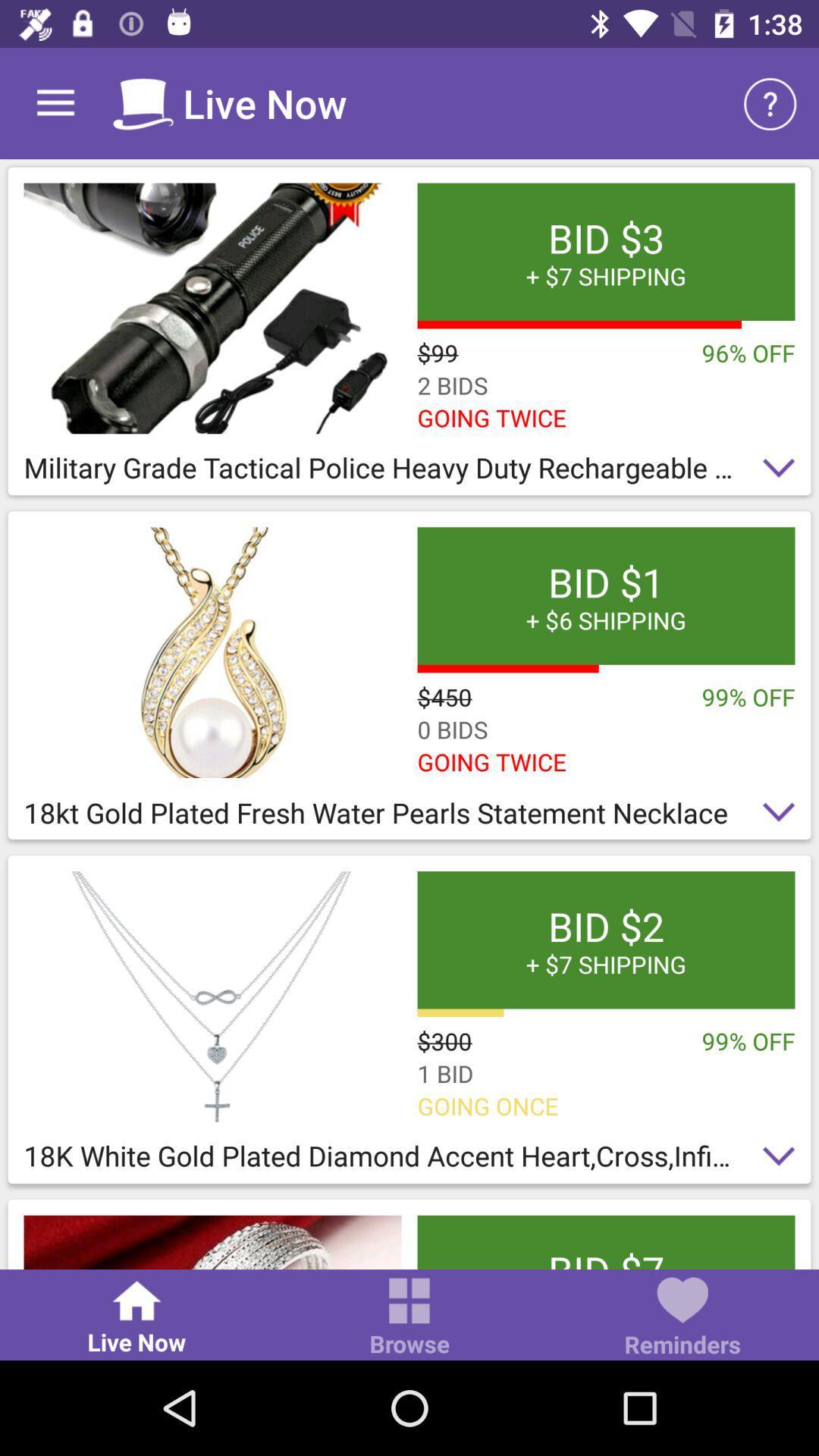 The image size is (819, 1456). I want to click on necklace, so click(212, 996).